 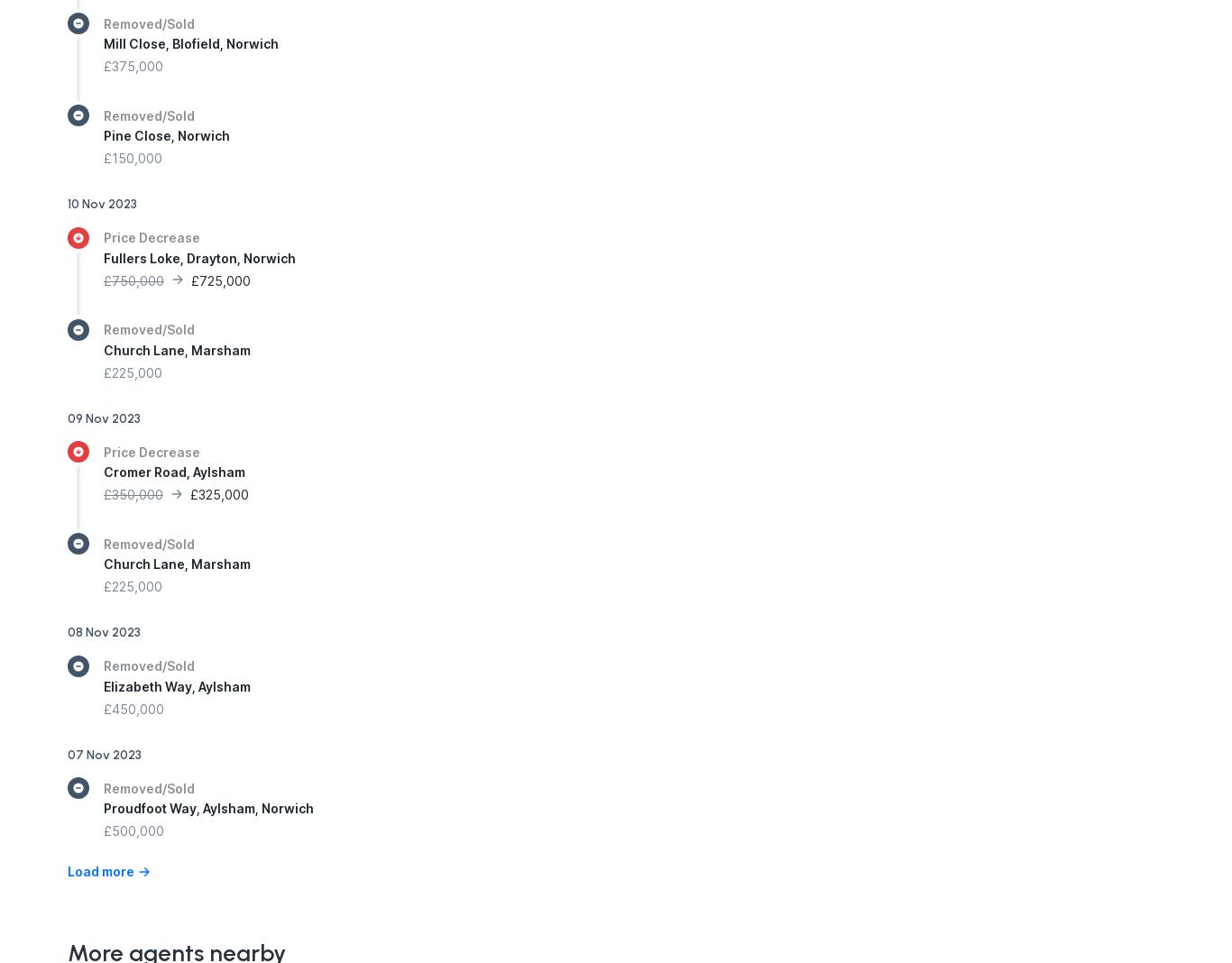 What do you see at coordinates (102, 204) in the screenshot?
I see `'10 Nov 2023'` at bounding box center [102, 204].